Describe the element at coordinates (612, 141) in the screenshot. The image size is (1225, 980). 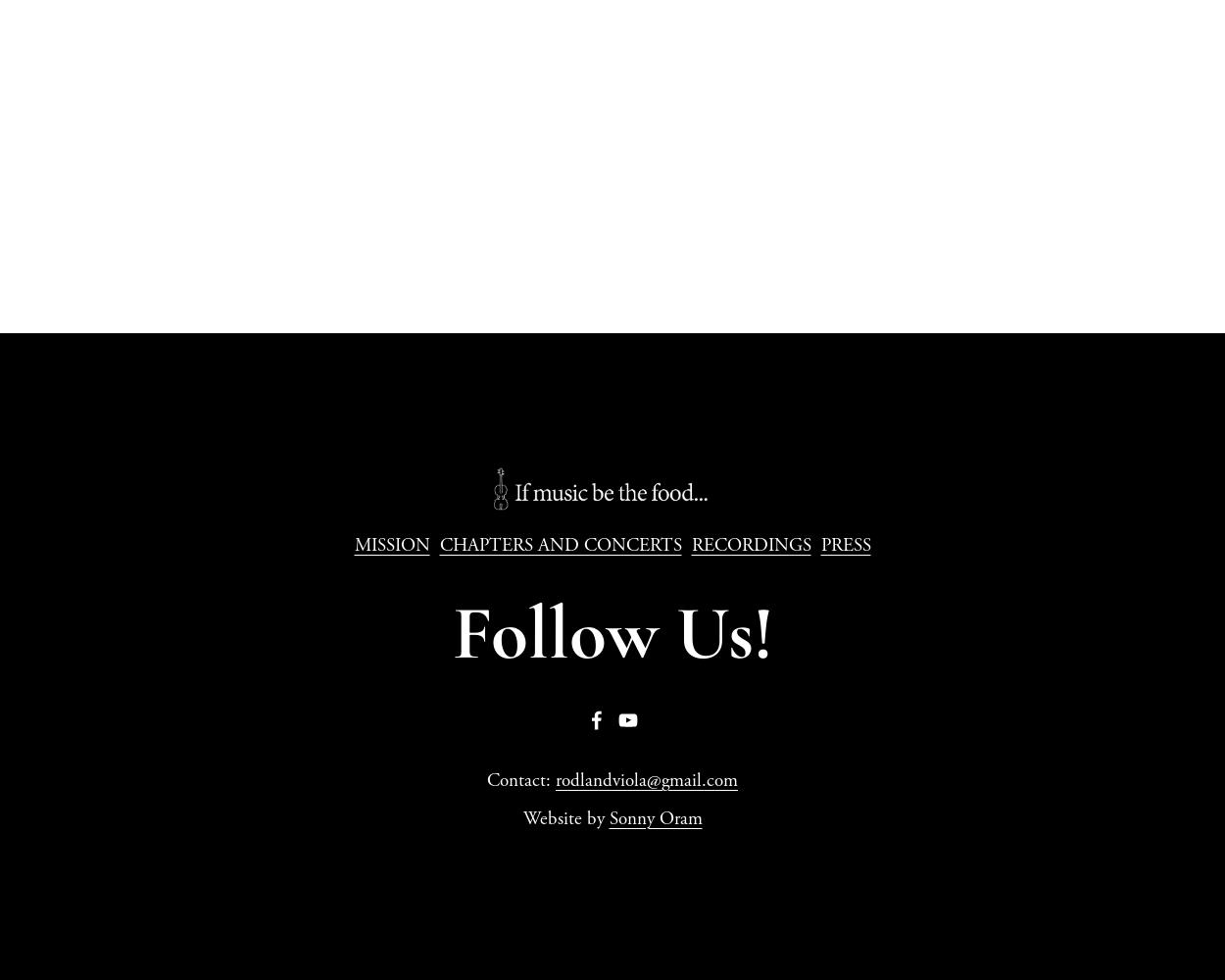
I see `'Recordings'` at that location.